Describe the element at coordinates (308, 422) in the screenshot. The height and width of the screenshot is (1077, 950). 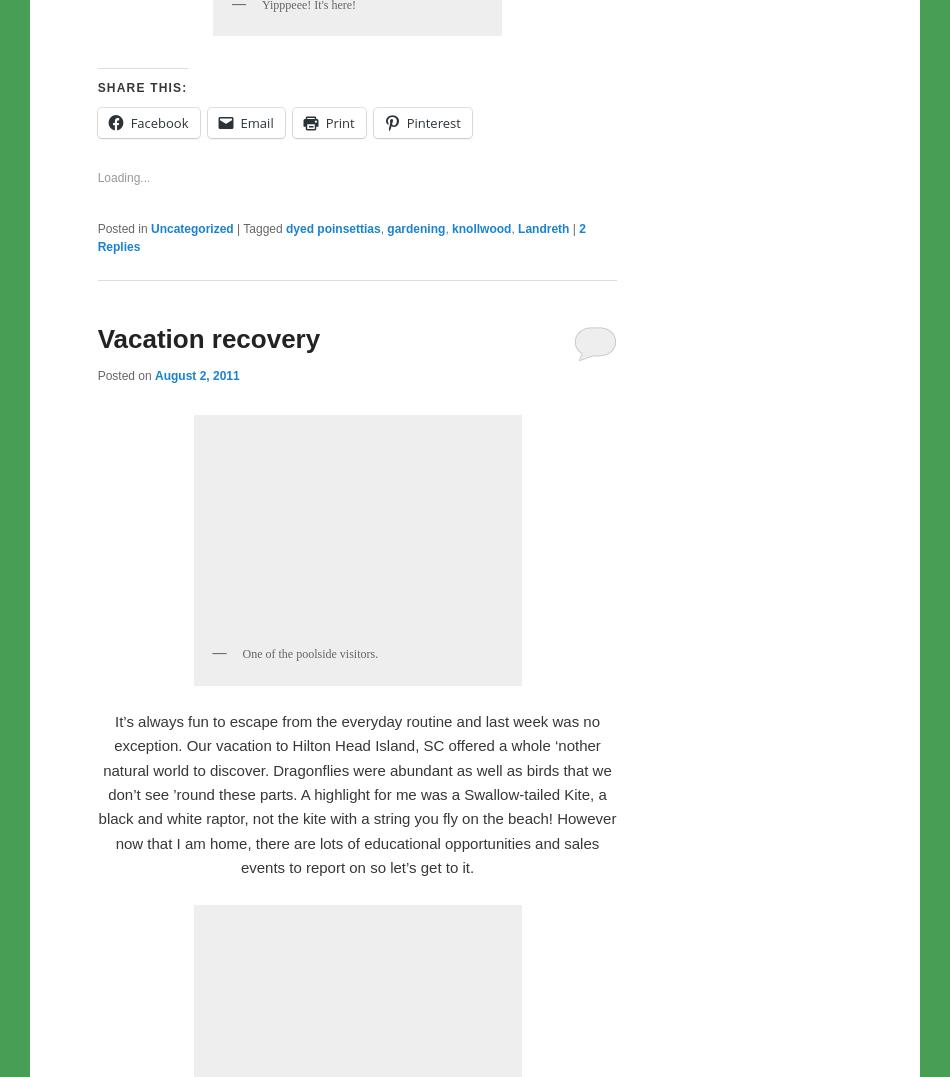
I see `'Yipppeee! It's here!'` at that location.